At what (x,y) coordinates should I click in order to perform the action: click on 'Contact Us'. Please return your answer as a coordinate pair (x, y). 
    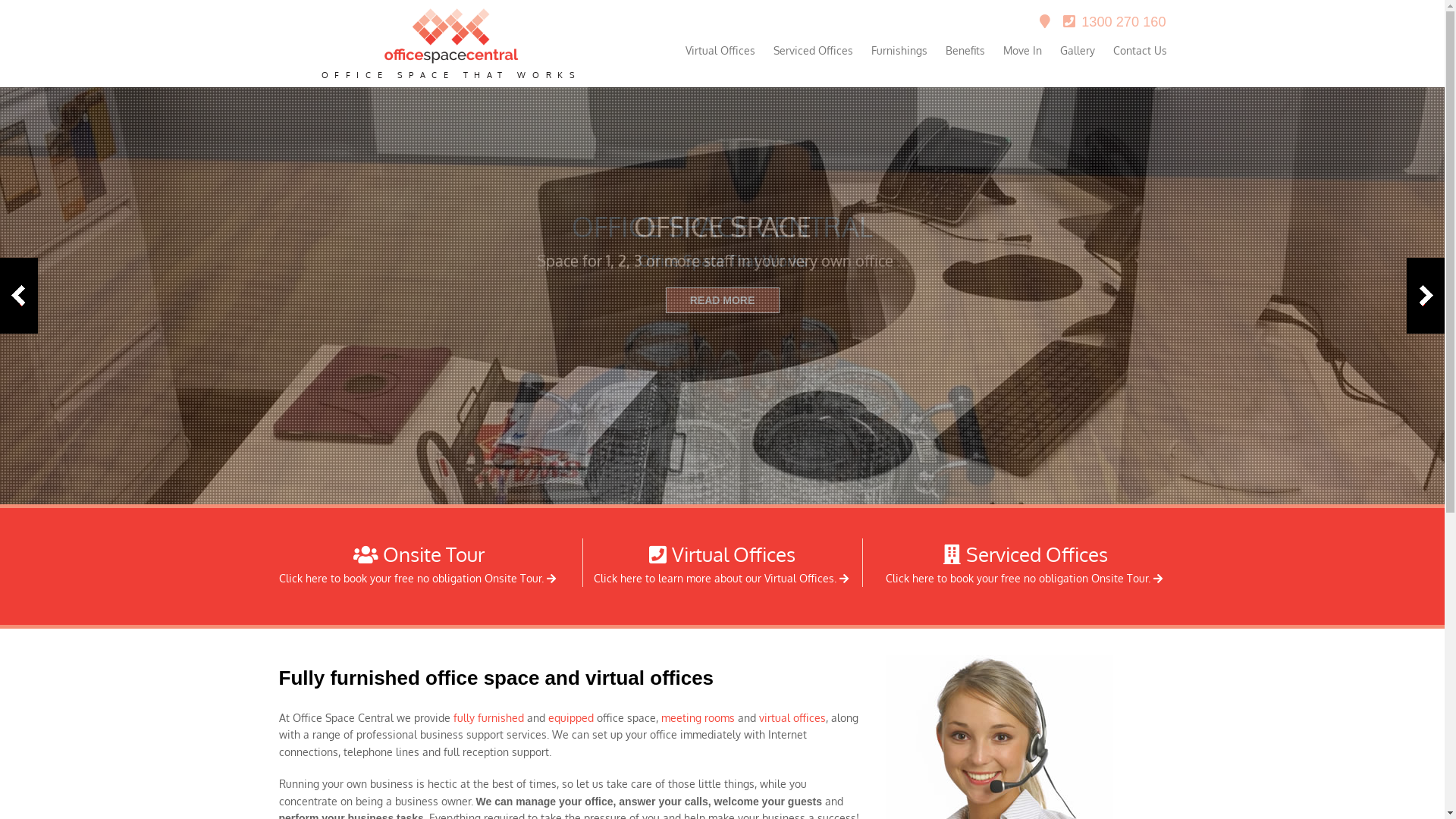
    Looking at the image, I should click on (1140, 49).